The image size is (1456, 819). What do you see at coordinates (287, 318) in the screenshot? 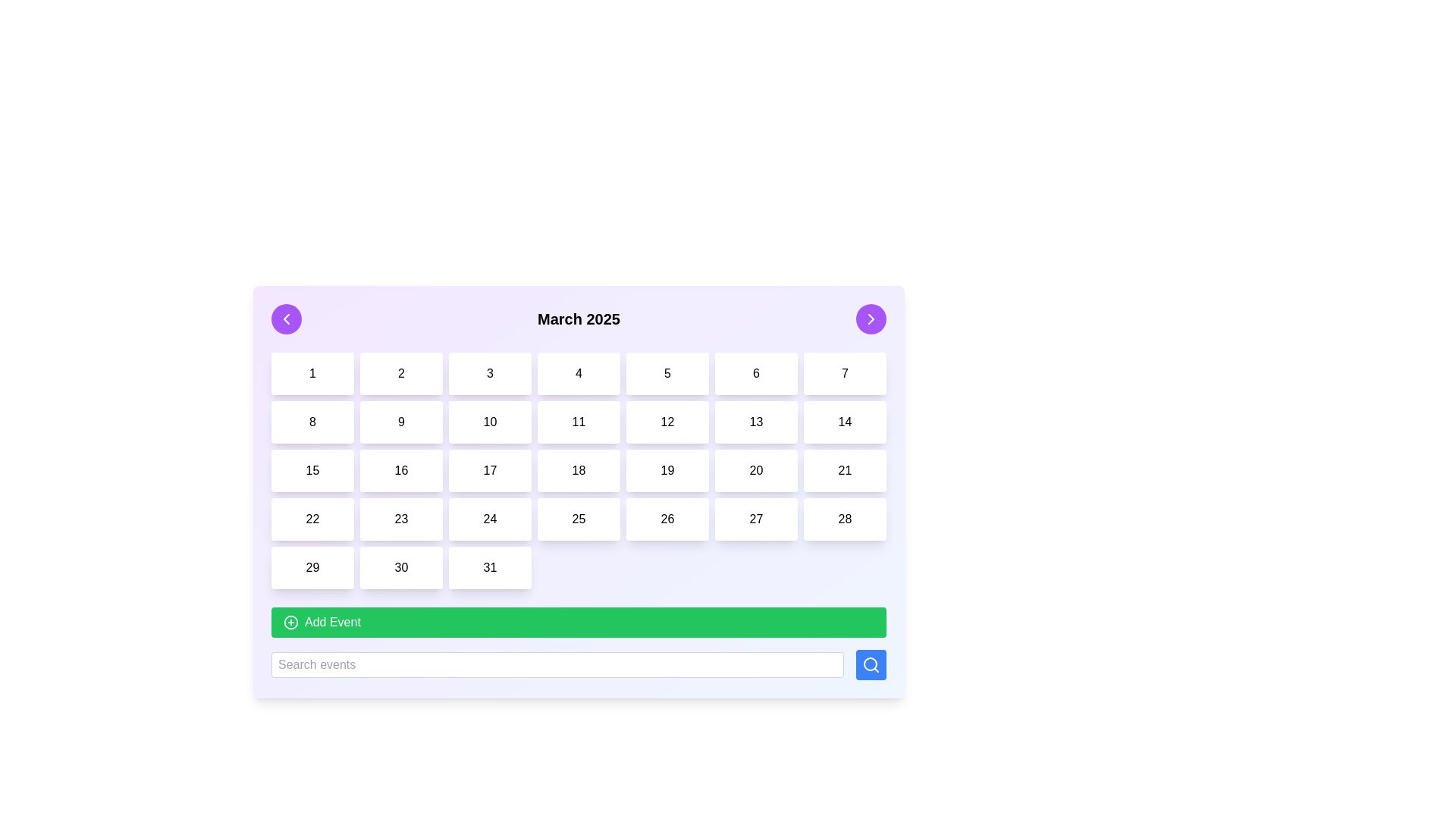
I see `the circular button with a purple background and white left-pointing arrow icon, located at the top-left corner of the calendar header before the 'March 2025' text` at bounding box center [287, 318].